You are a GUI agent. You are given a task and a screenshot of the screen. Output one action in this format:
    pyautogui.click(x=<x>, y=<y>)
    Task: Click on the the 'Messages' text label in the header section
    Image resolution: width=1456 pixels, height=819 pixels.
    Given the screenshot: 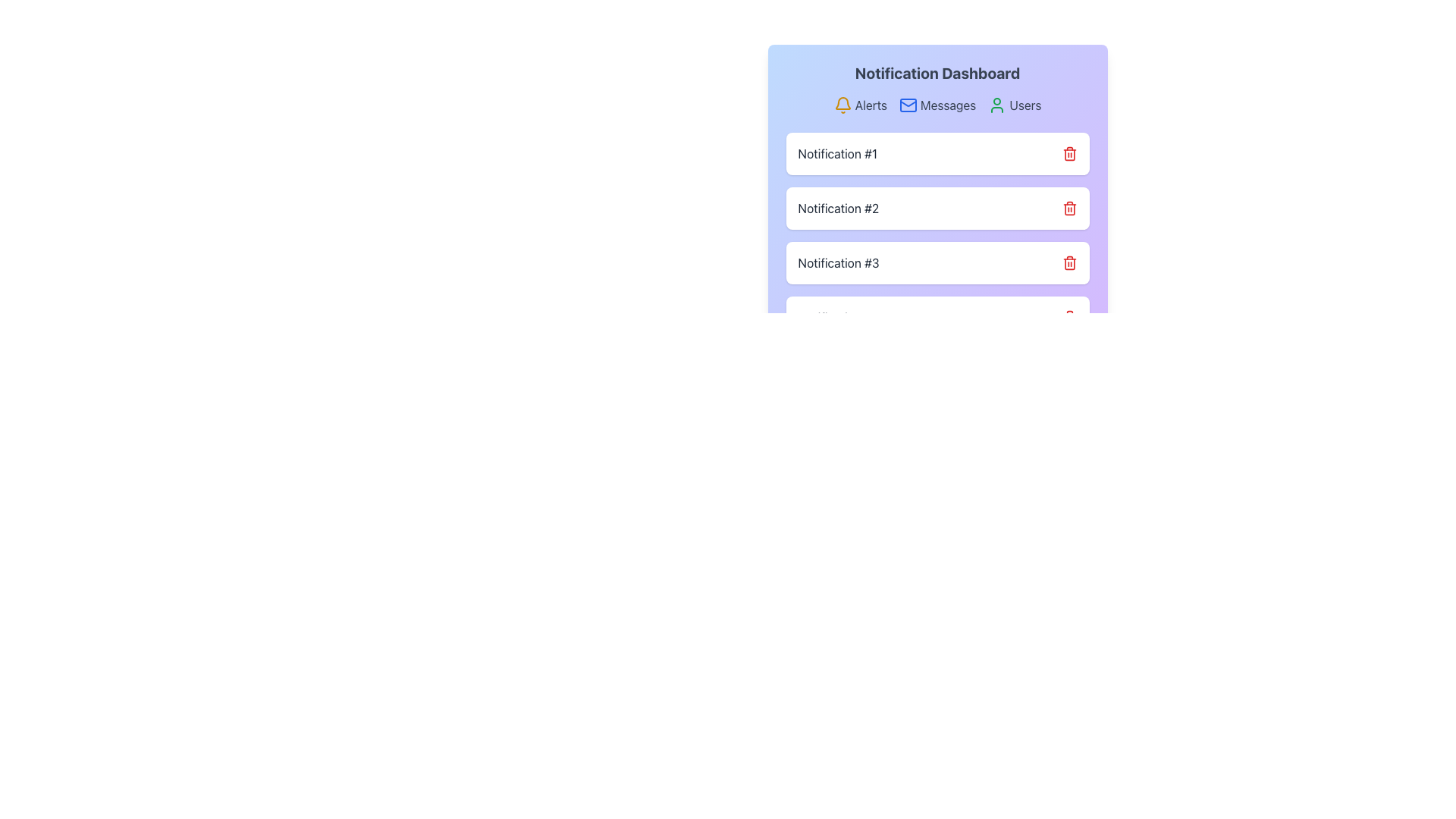 What is the action you would take?
    pyautogui.click(x=947, y=104)
    